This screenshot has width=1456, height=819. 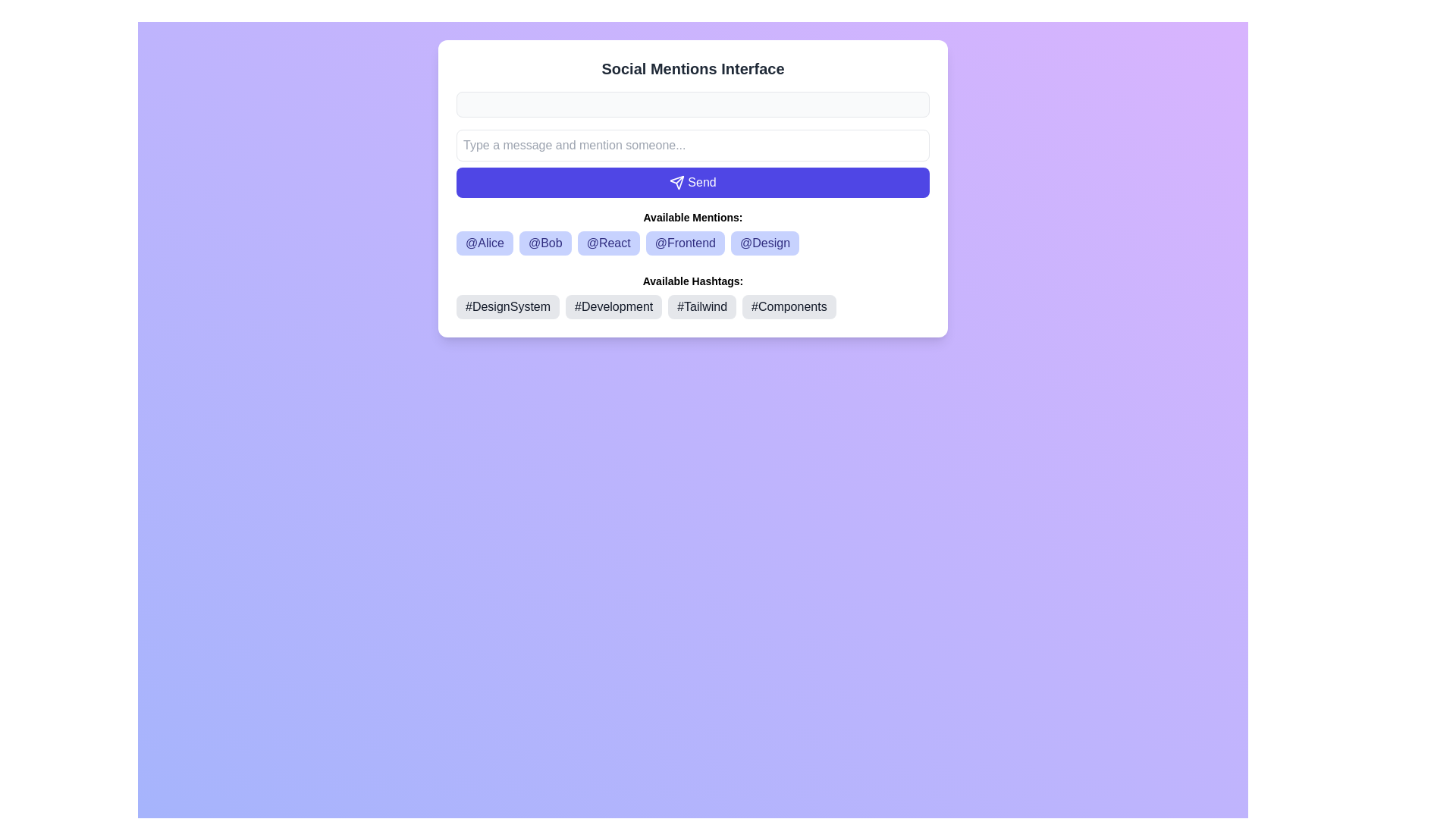 What do you see at coordinates (676, 181) in the screenshot?
I see `the send icon represented by an SVG graphic located on the right side of the 'Send' button to initiate sending a message` at bounding box center [676, 181].